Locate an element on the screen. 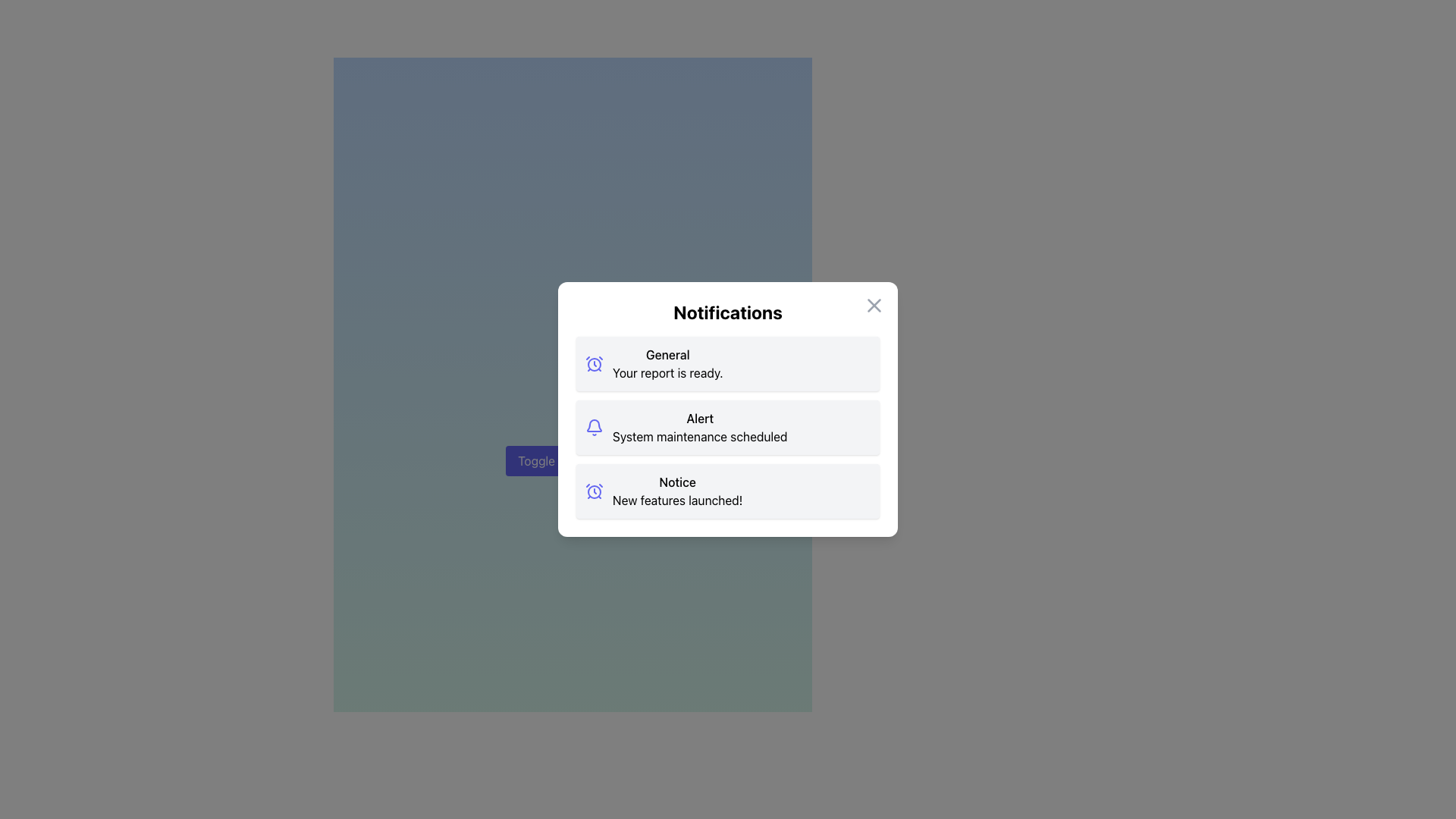 The height and width of the screenshot is (819, 1456). the Notification Item that displays information about a system maintenance event, which is the second entry in a vertically stacked list of notifications is located at coordinates (728, 427).